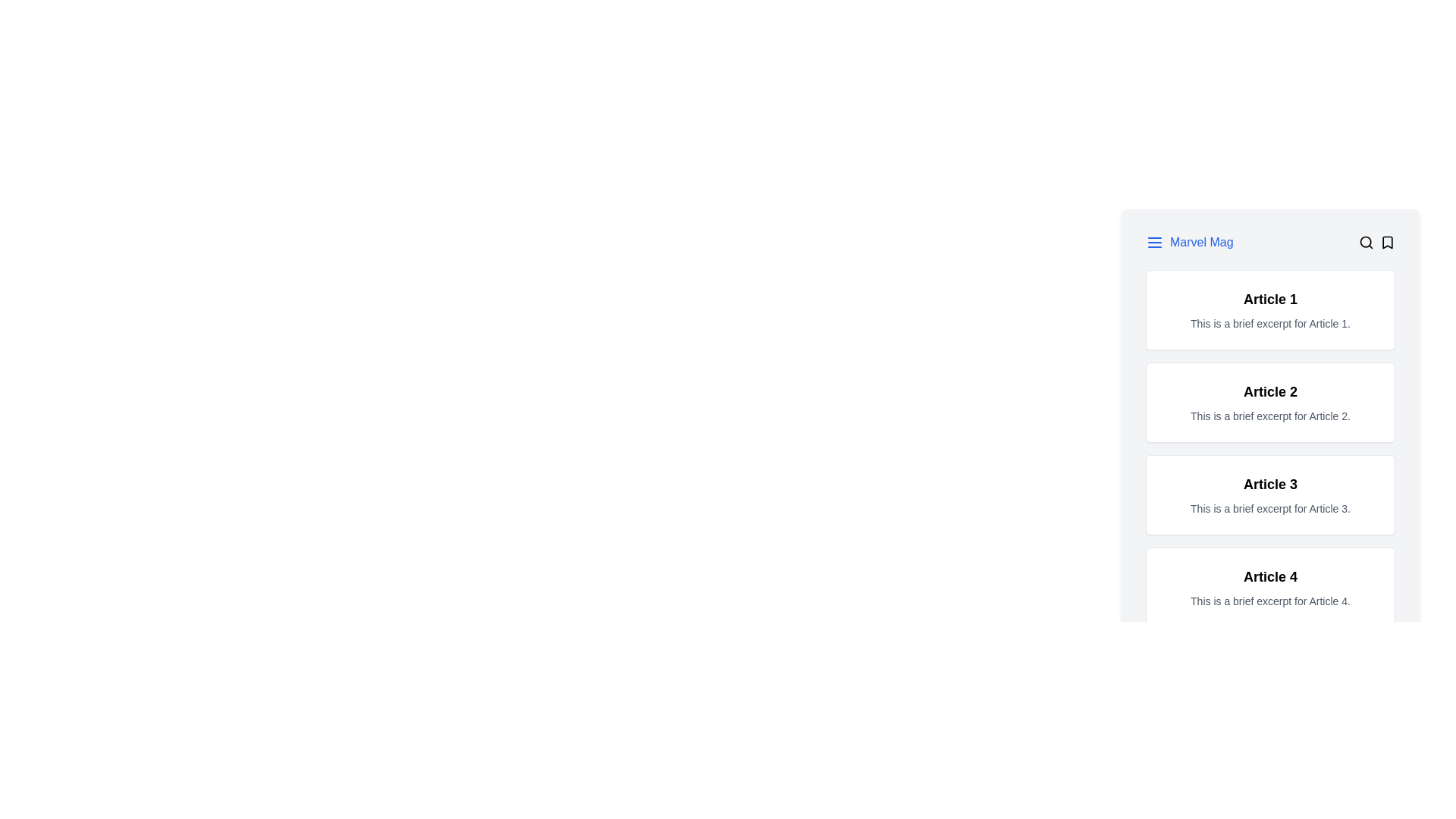 This screenshot has width=1456, height=819. Describe the element at coordinates (1270, 309) in the screenshot. I see `the first article summary card displayed in the vertical grid layout, located below the header of the interface` at that location.